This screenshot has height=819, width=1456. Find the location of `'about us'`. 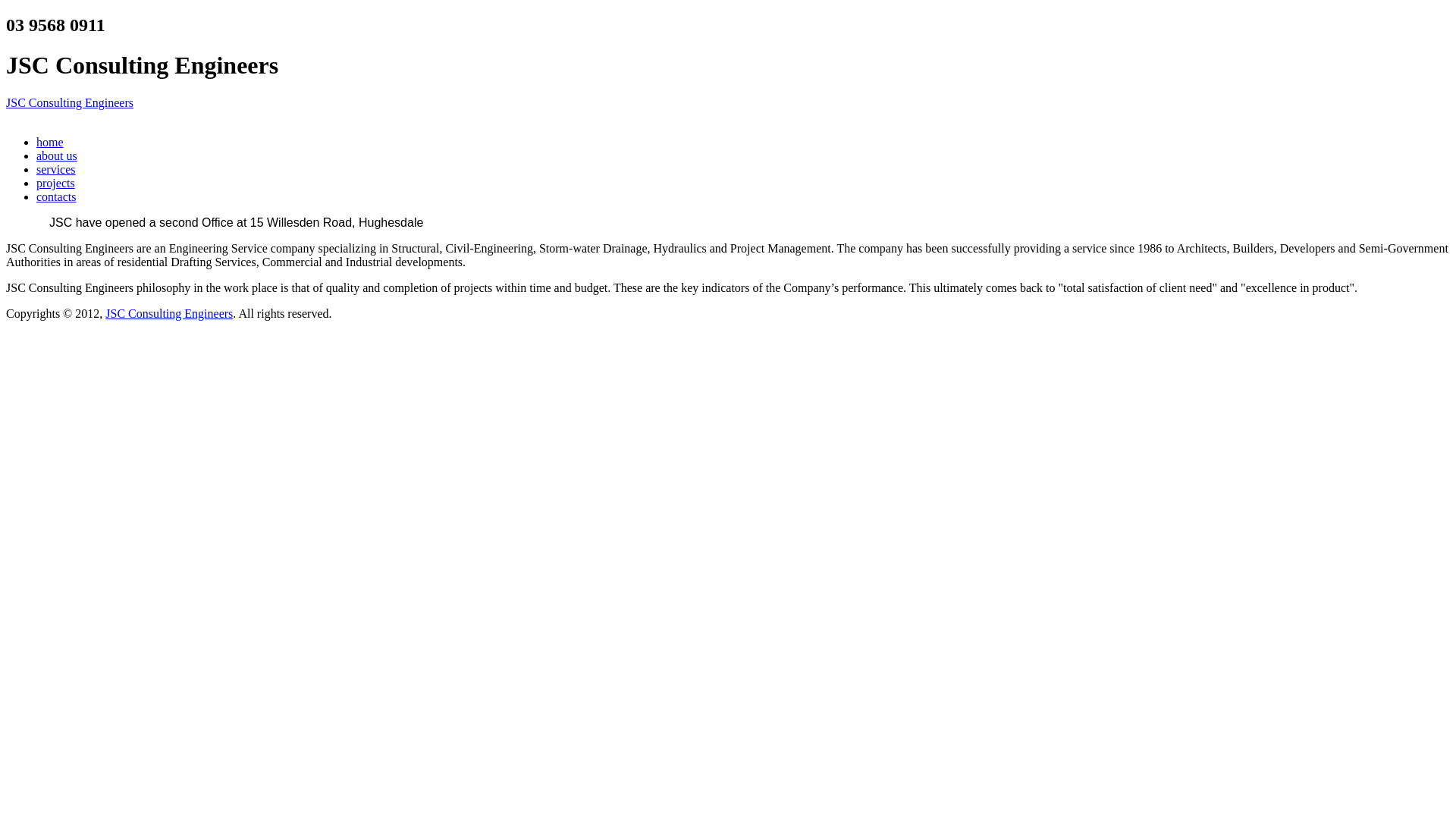

'about us' is located at coordinates (57, 155).